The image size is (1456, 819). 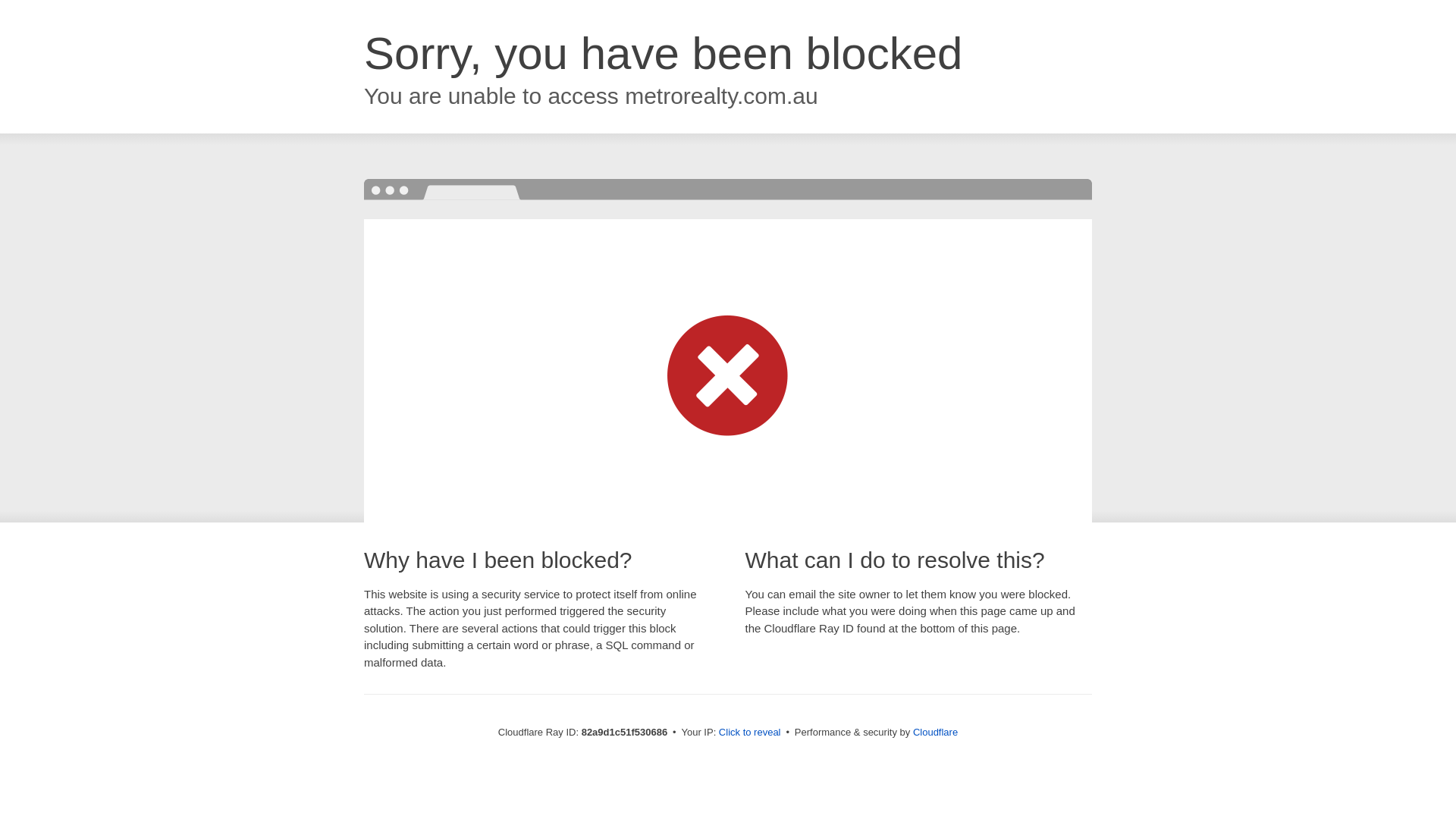 I want to click on 'Click to reveal', so click(x=749, y=731).